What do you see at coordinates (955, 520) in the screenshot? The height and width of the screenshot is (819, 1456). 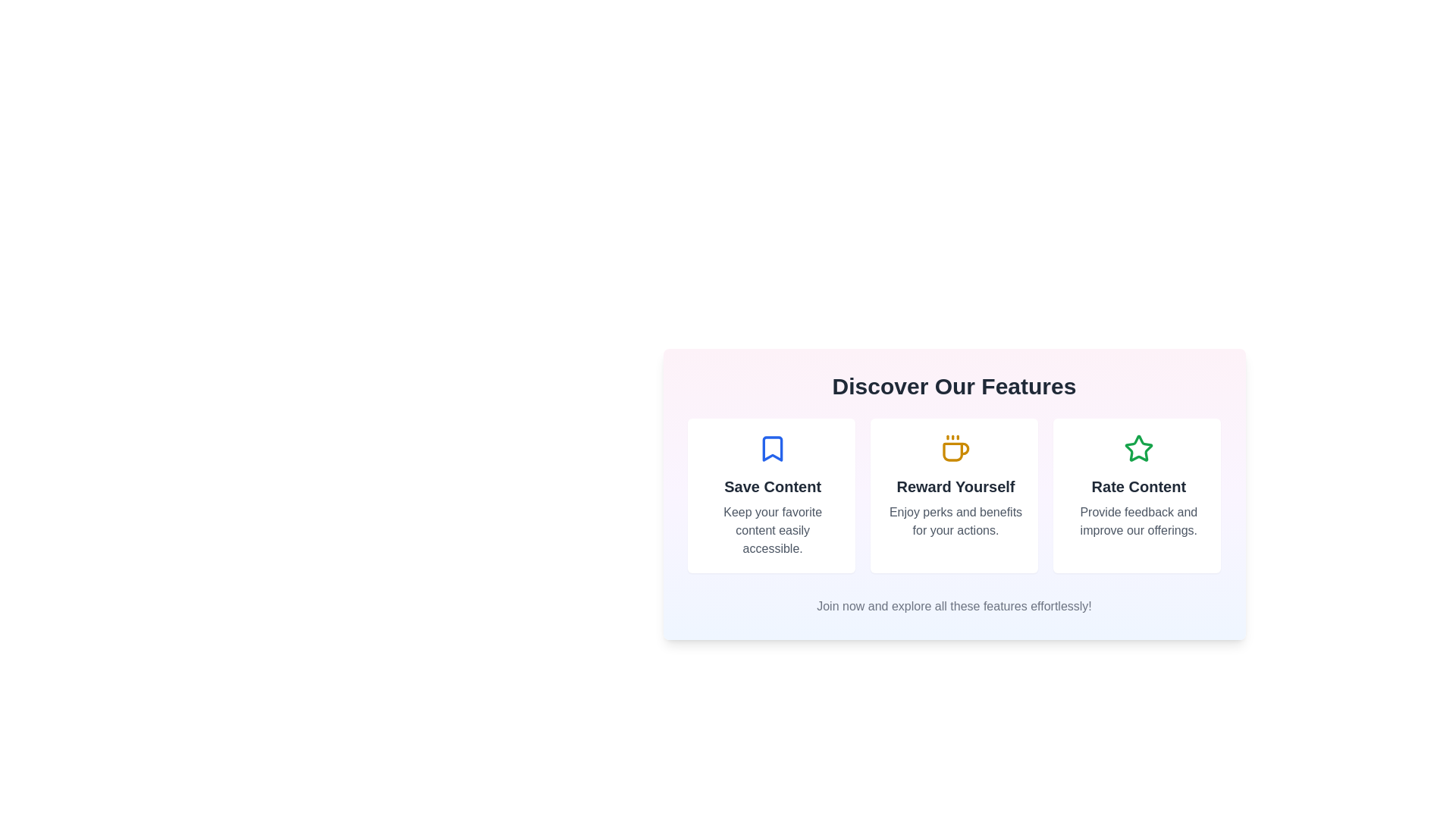 I see `text label stating 'Enjoy perks and benefits for your actions.' which is styled in a smaller gray font and located beneath the 'Reward Yourself' heading and coffee cup icon` at bounding box center [955, 520].